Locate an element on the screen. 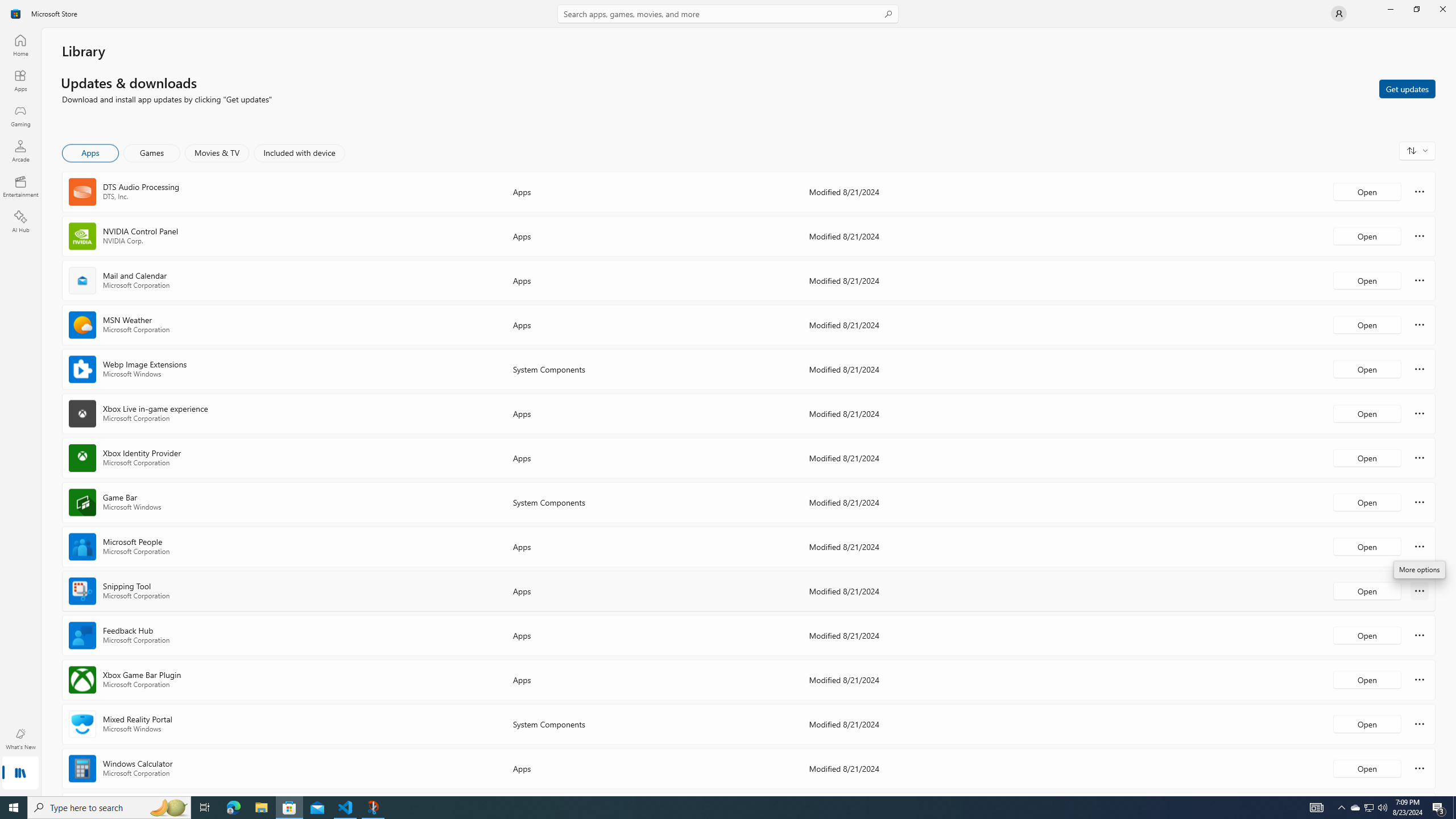  'Restore Microsoft Store' is located at coordinates (1416, 9).